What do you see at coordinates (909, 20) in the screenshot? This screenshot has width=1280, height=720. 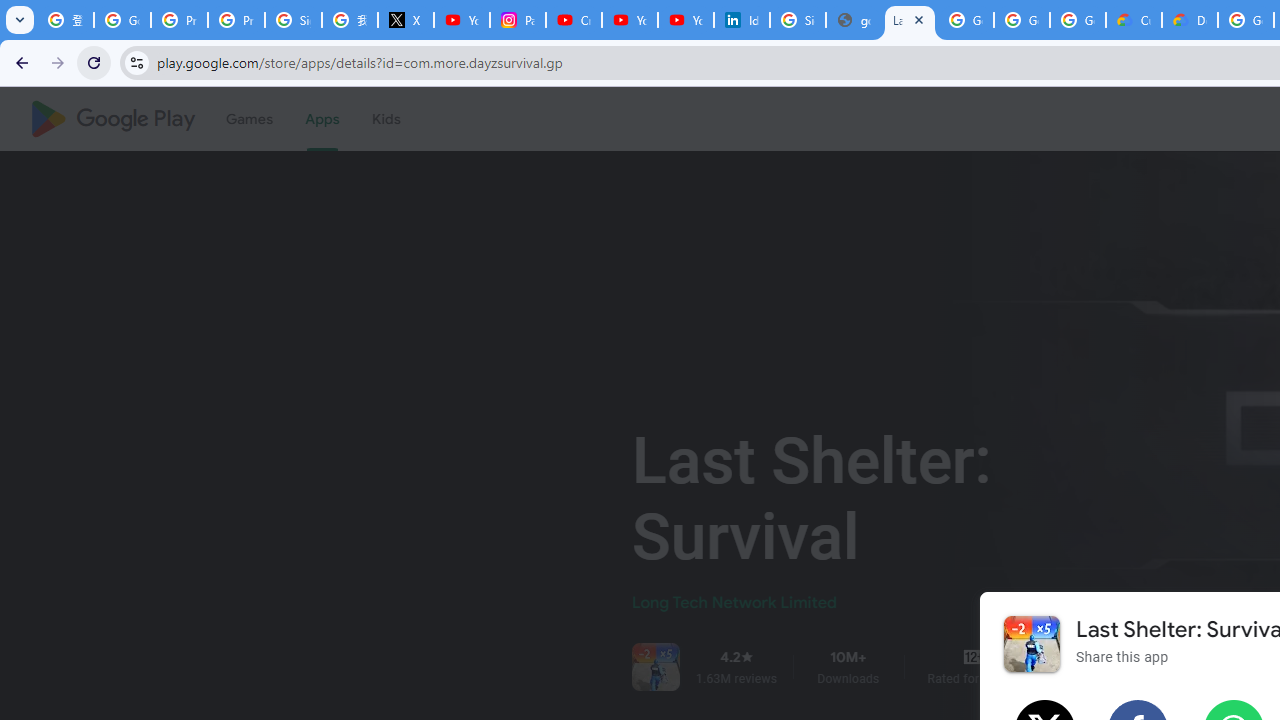 I see `'Last Shelter: Survival - Apps on Google Play'` at bounding box center [909, 20].